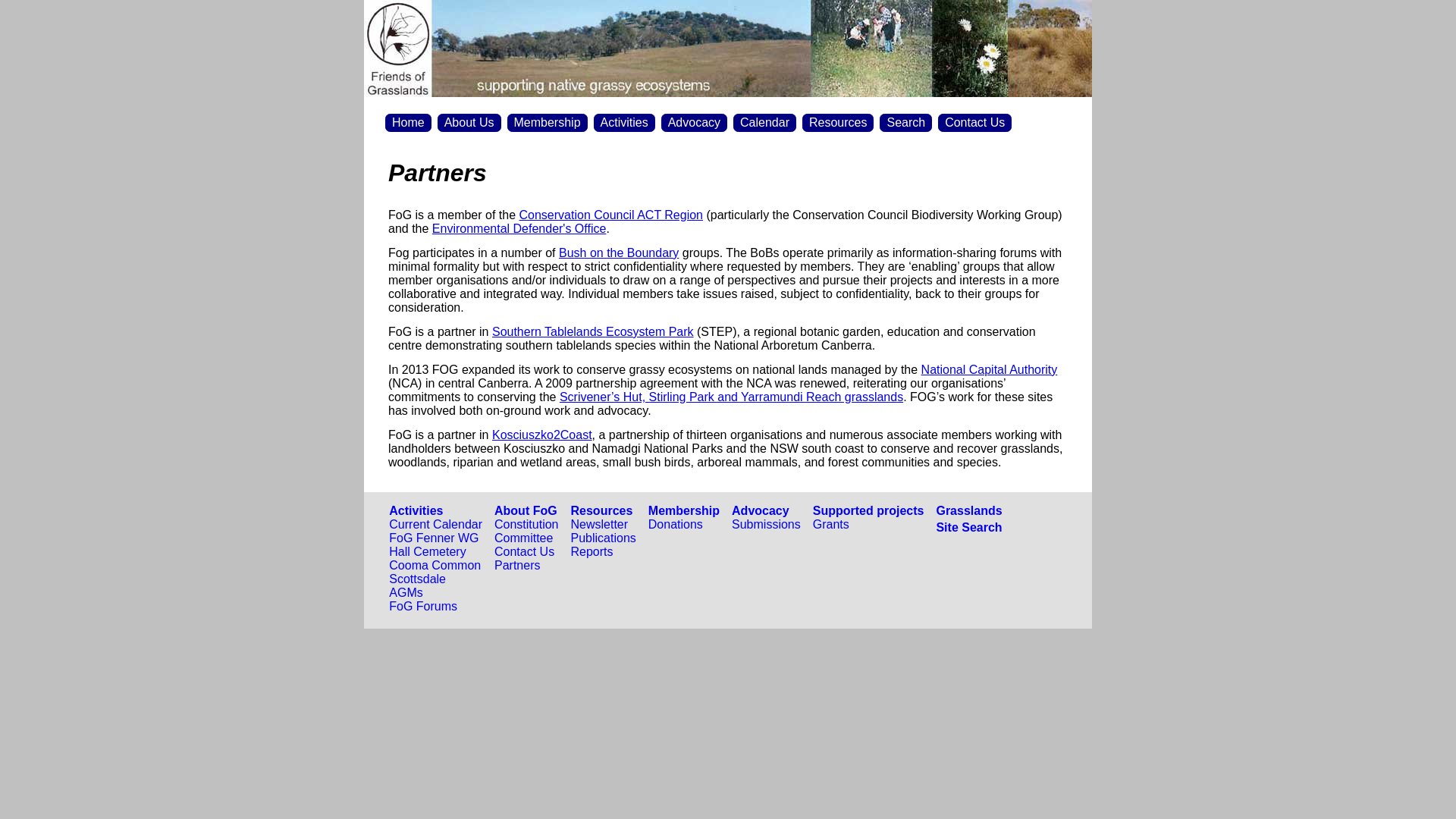 Image resolution: width=1456 pixels, height=819 pixels. I want to click on 'Newsletter', so click(599, 523).